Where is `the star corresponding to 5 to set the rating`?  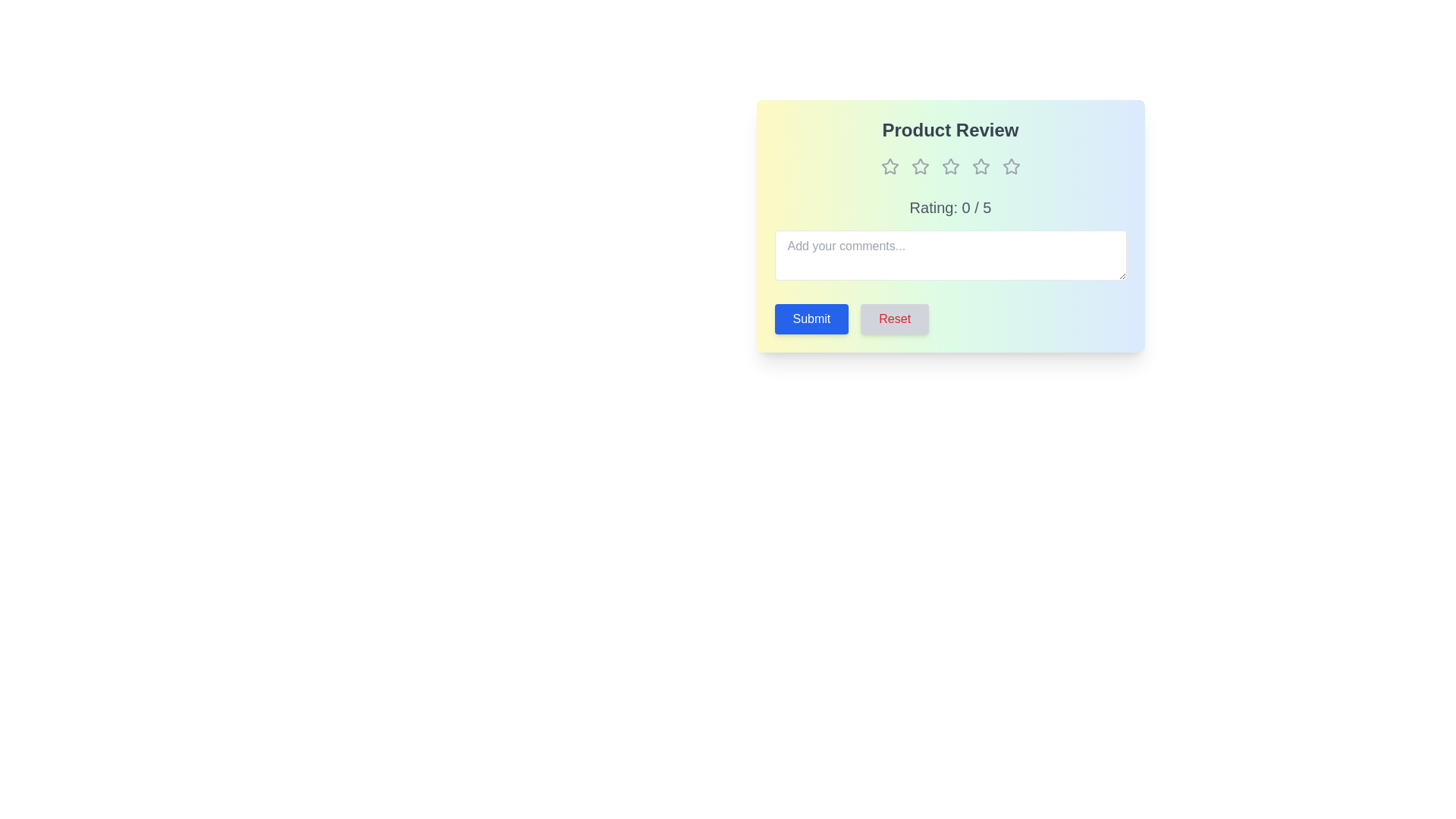
the star corresponding to 5 to set the rating is located at coordinates (1011, 166).